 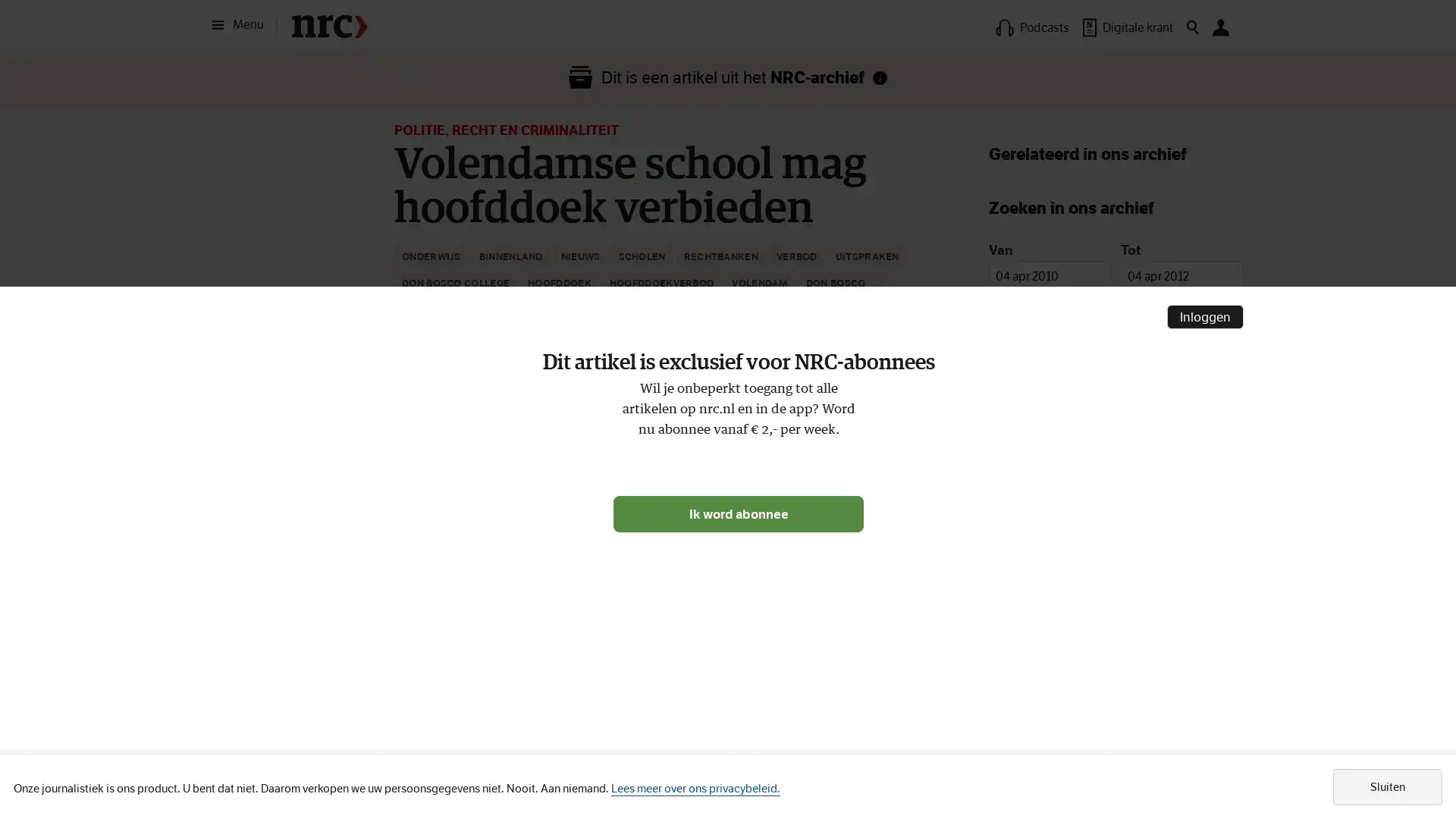 I want to click on Artikel delen, so click(x=515, y=462).